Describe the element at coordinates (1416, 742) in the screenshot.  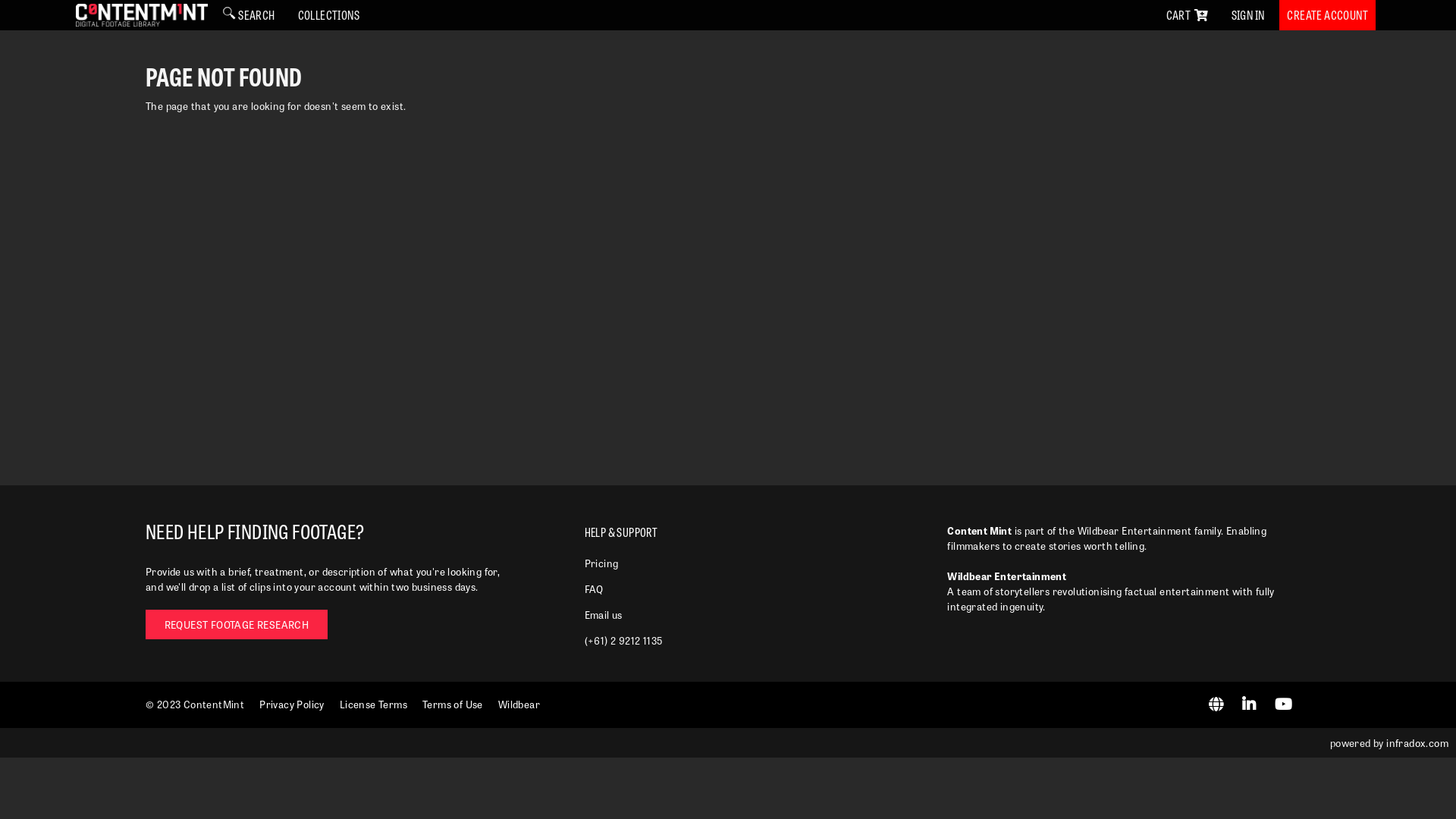
I see `'infradox.com'` at that location.